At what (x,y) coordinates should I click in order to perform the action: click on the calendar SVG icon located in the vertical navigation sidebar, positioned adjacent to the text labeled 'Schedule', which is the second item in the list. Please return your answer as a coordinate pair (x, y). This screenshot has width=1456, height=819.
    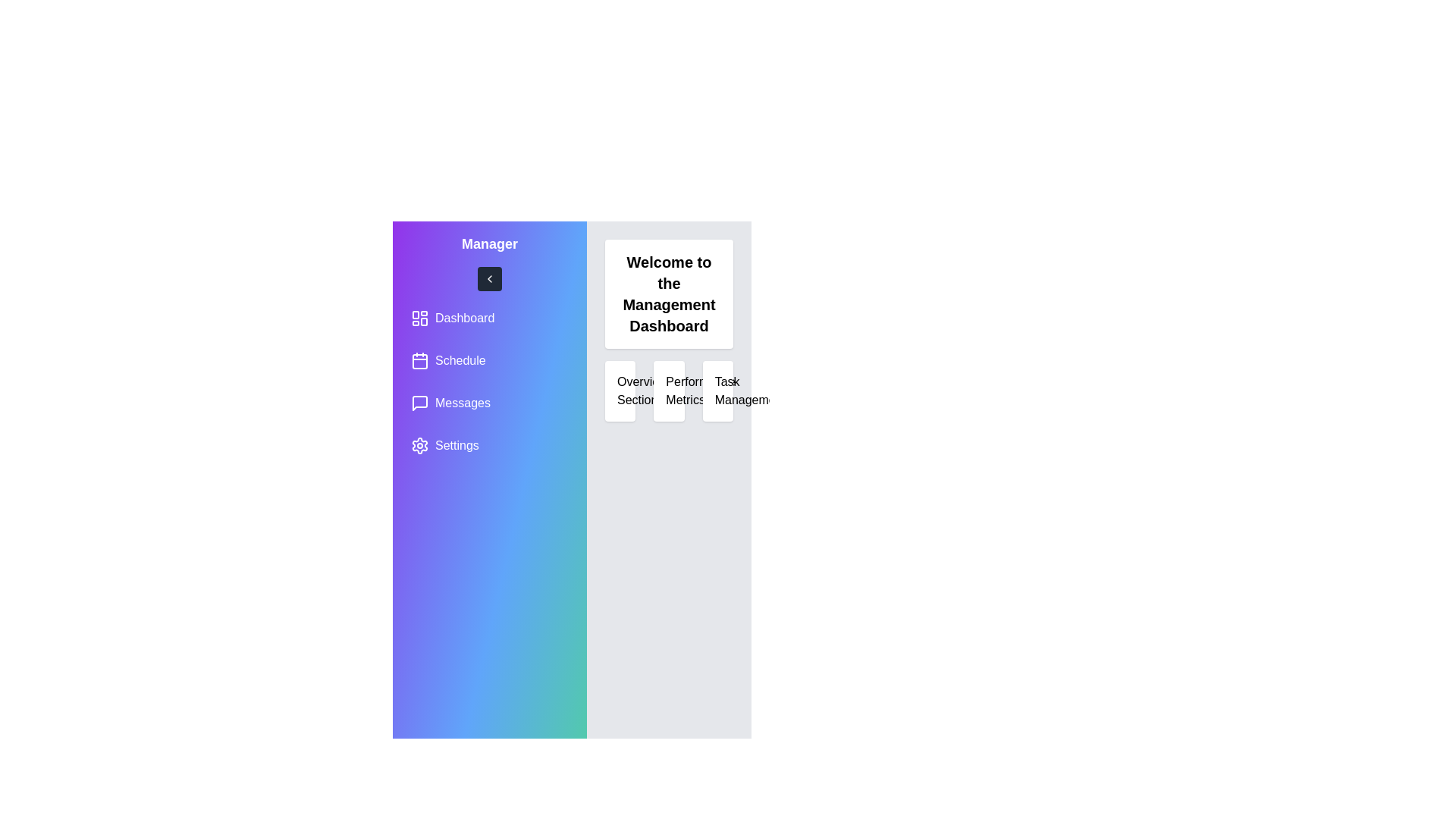
    Looking at the image, I should click on (419, 360).